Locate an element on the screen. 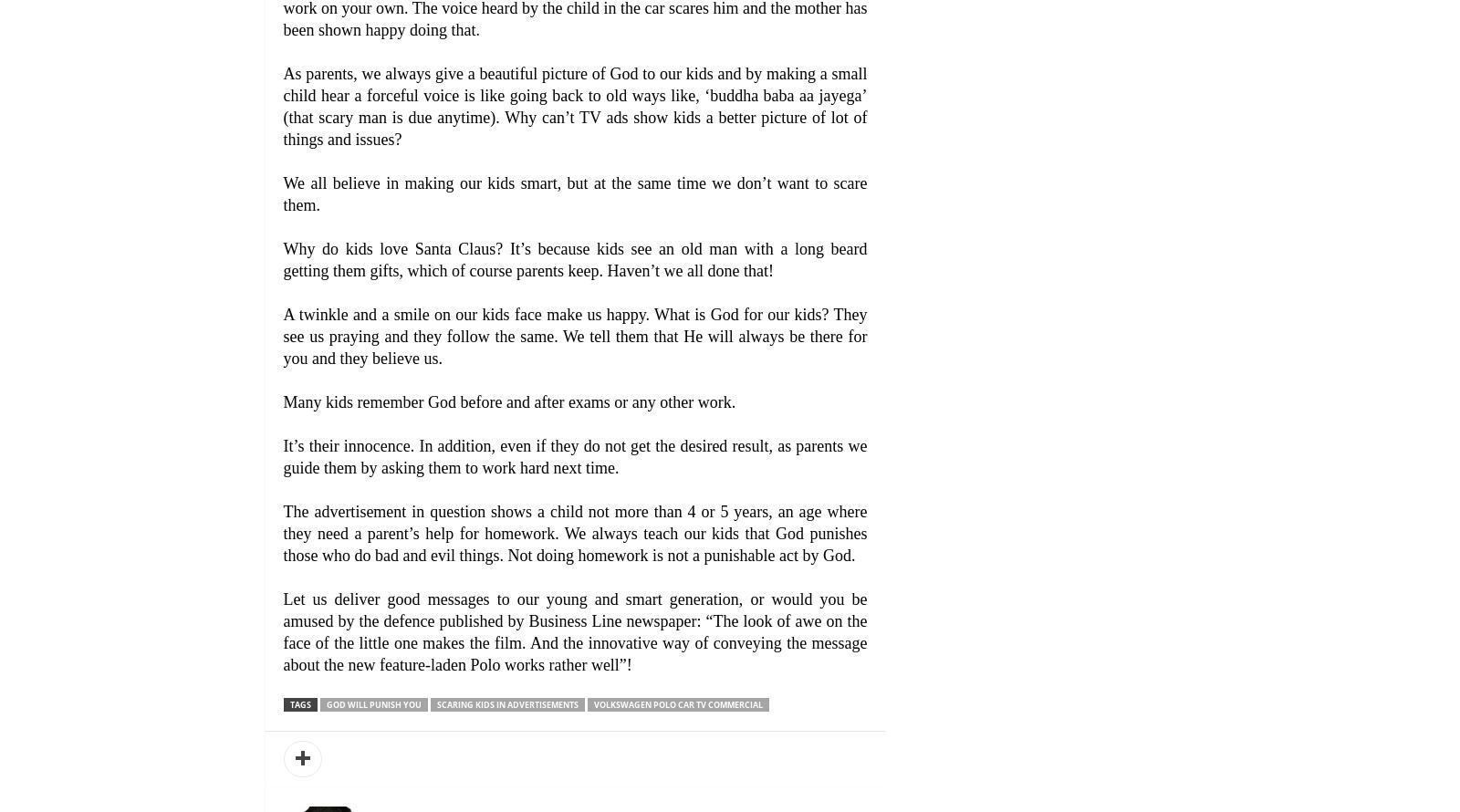 The image size is (1460, 812). 'Scaring Kids In Advertisements' is located at coordinates (506, 704).